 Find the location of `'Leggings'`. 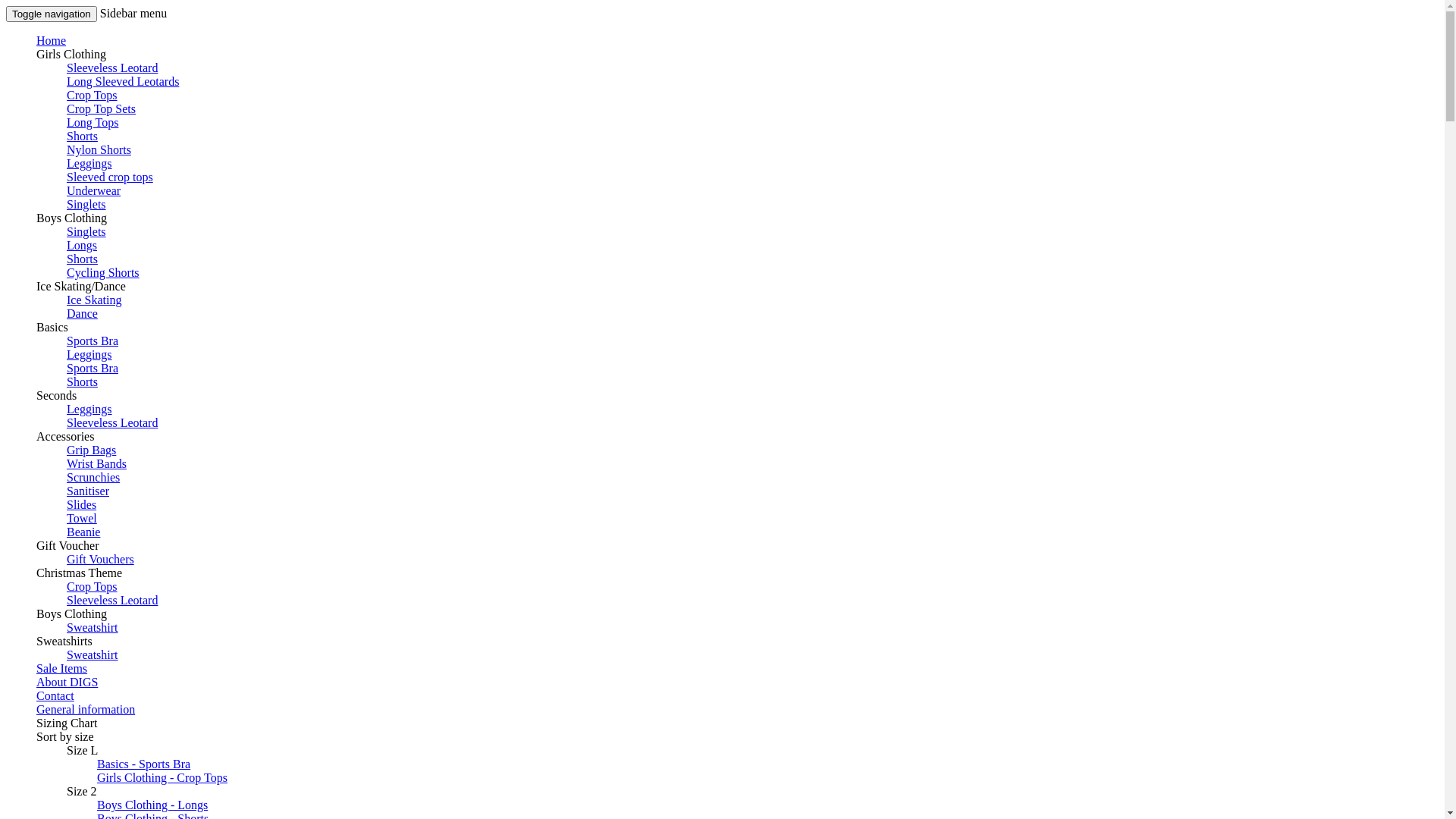

'Leggings' is located at coordinates (89, 408).